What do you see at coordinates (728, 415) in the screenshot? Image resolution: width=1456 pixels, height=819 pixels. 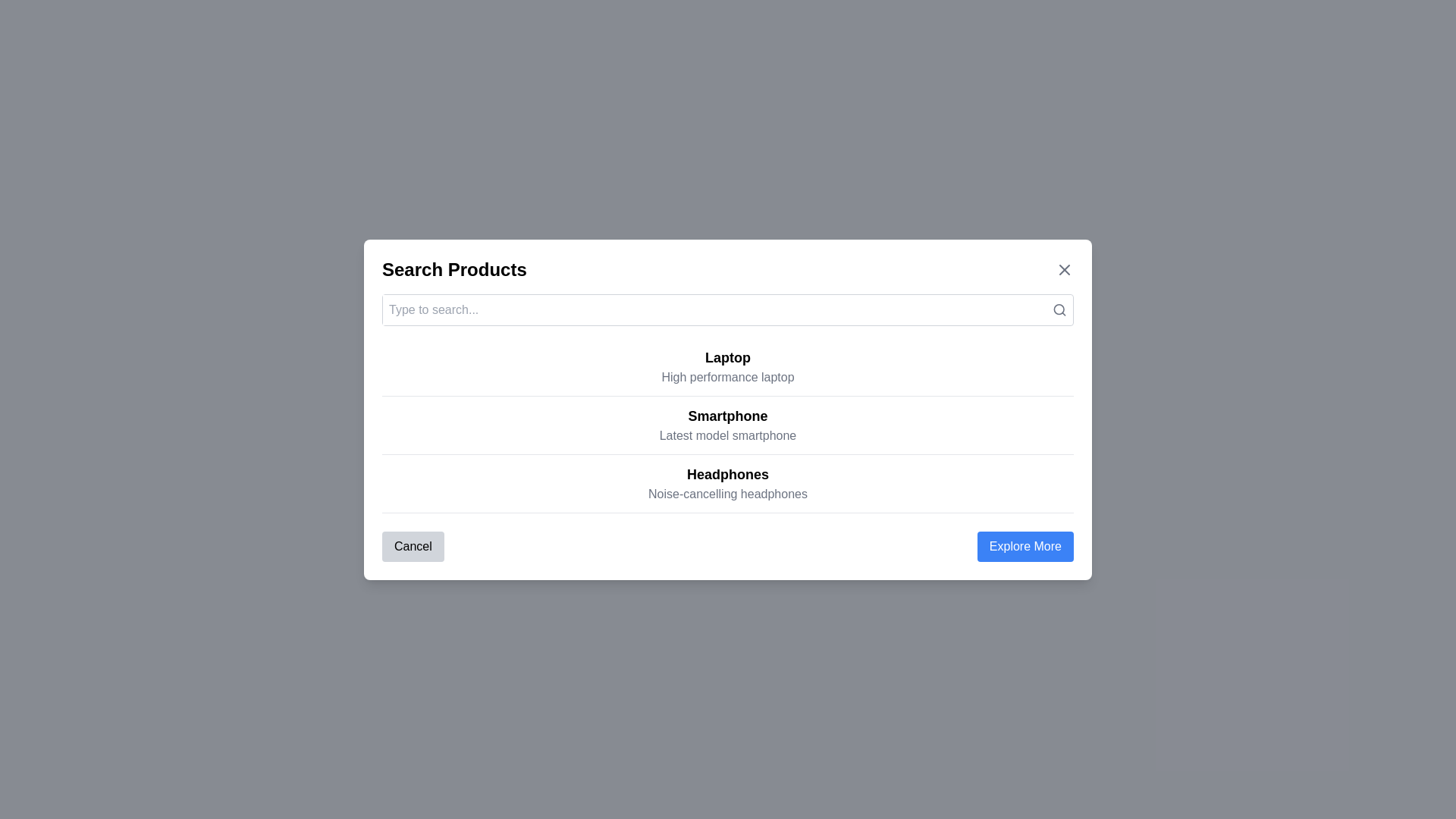 I see `the Text label that identifies the section as pertaining to smartphones to browse products` at bounding box center [728, 415].